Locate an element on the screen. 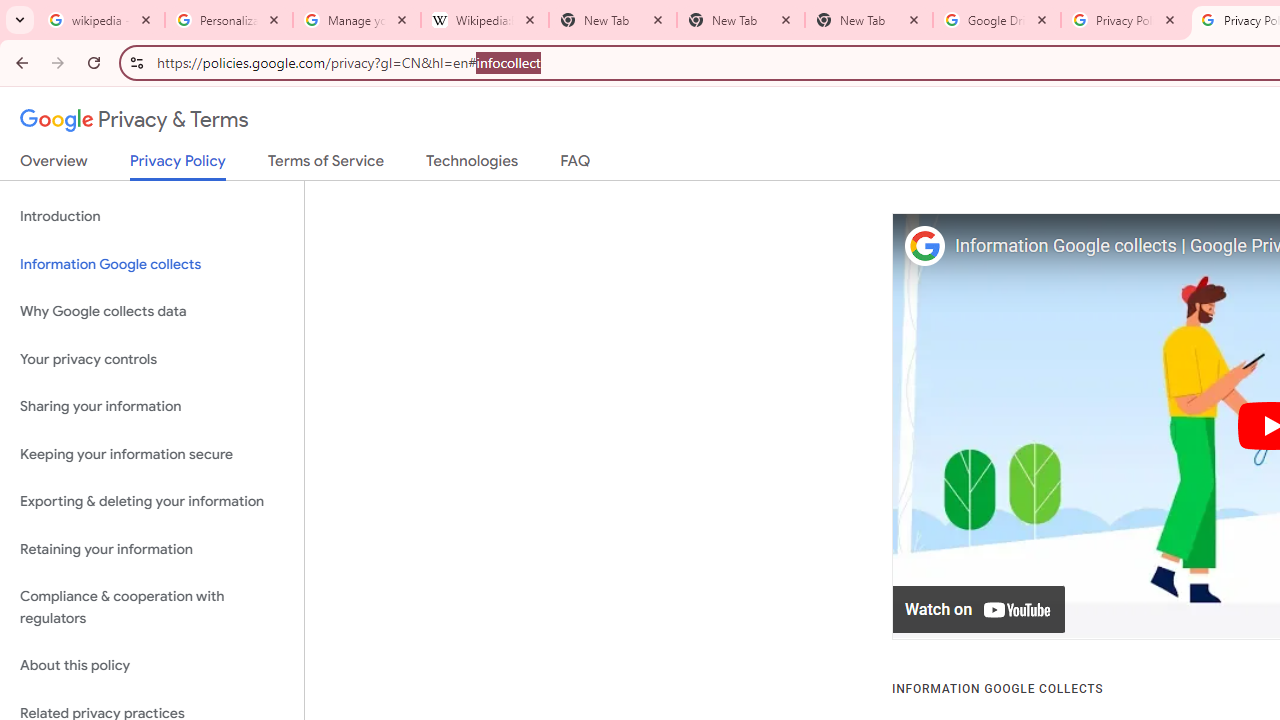  'Wikipedia:Edit requests - Wikipedia' is located at coordinates (485, 20).